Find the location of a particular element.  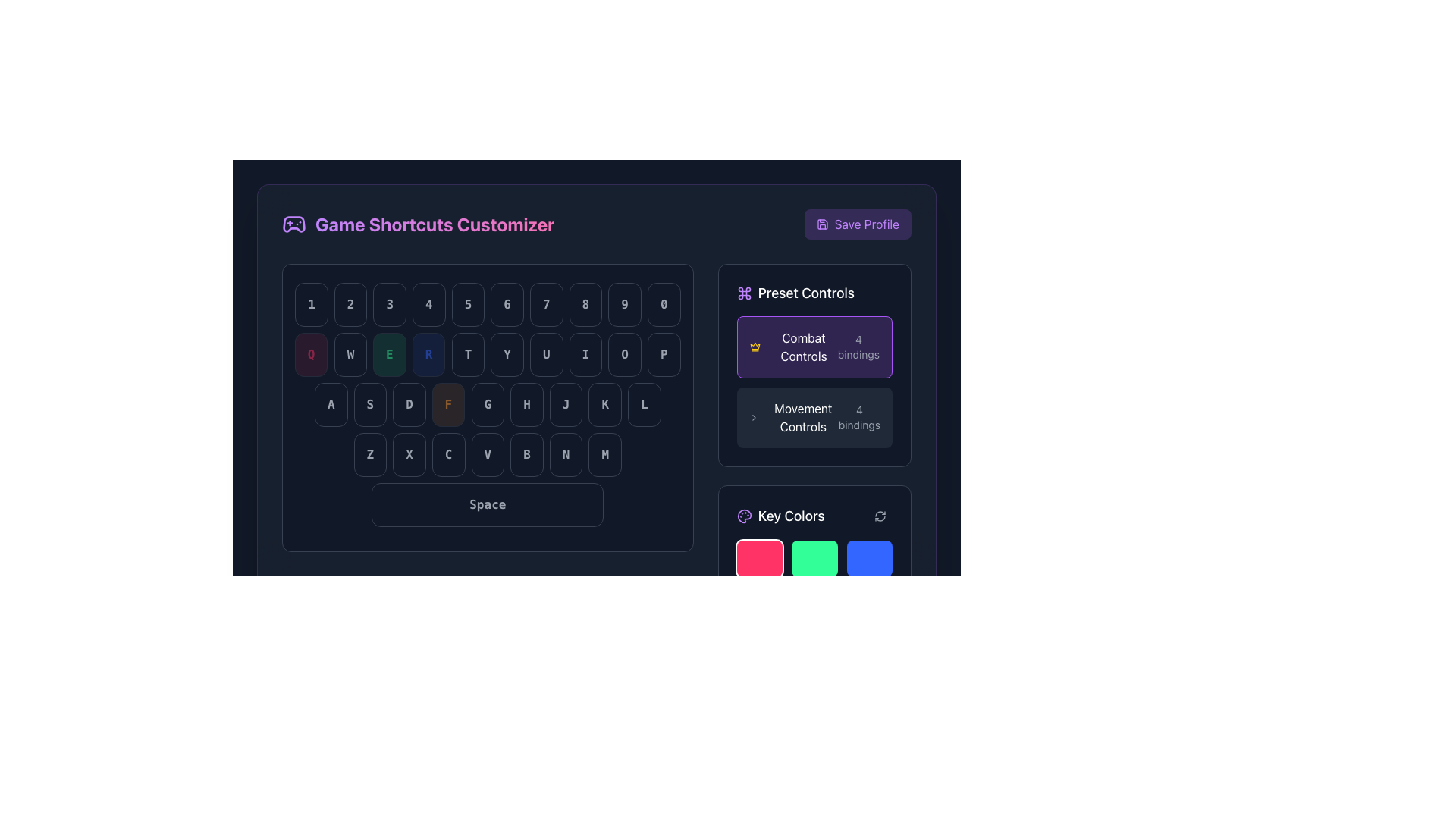

the virtual button labeled 'X', which is the second button in the bottom row of a keyboard-like layout, located between 'Z' and 'C' is located at coordinates (409, 454).